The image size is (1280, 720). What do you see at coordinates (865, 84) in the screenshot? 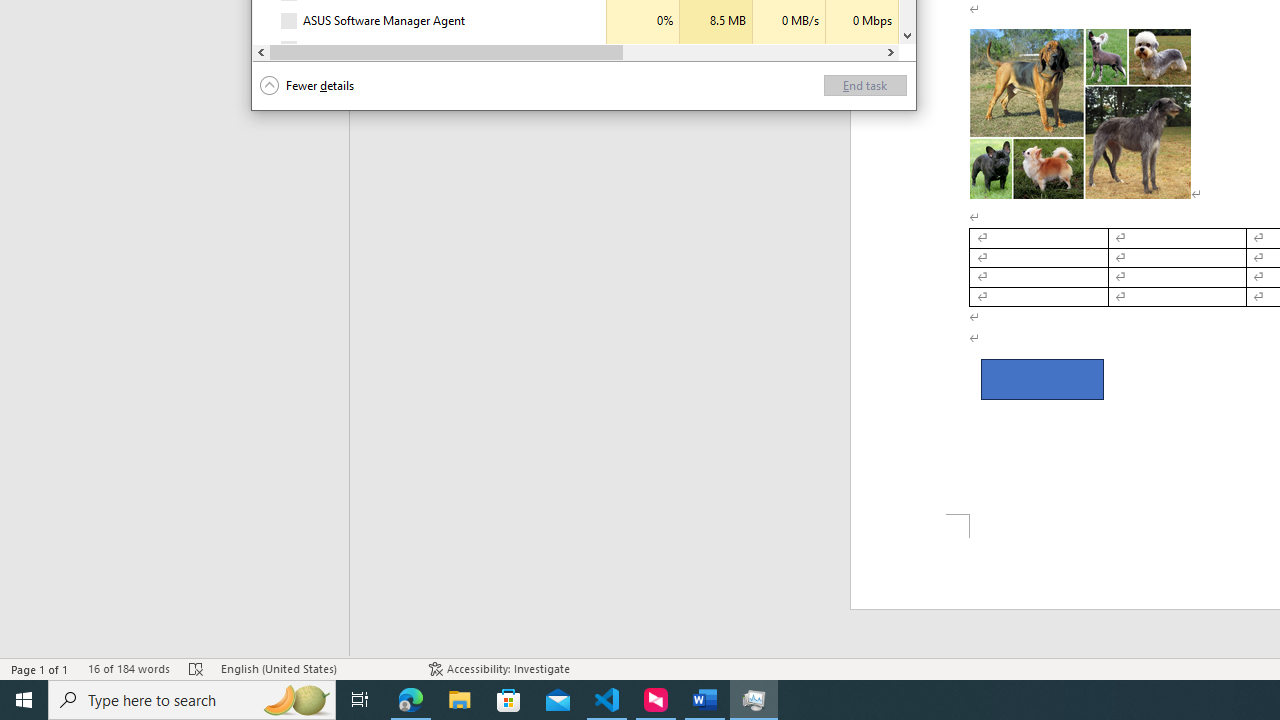
I see `'End task'` at bounding box center [865, 84].